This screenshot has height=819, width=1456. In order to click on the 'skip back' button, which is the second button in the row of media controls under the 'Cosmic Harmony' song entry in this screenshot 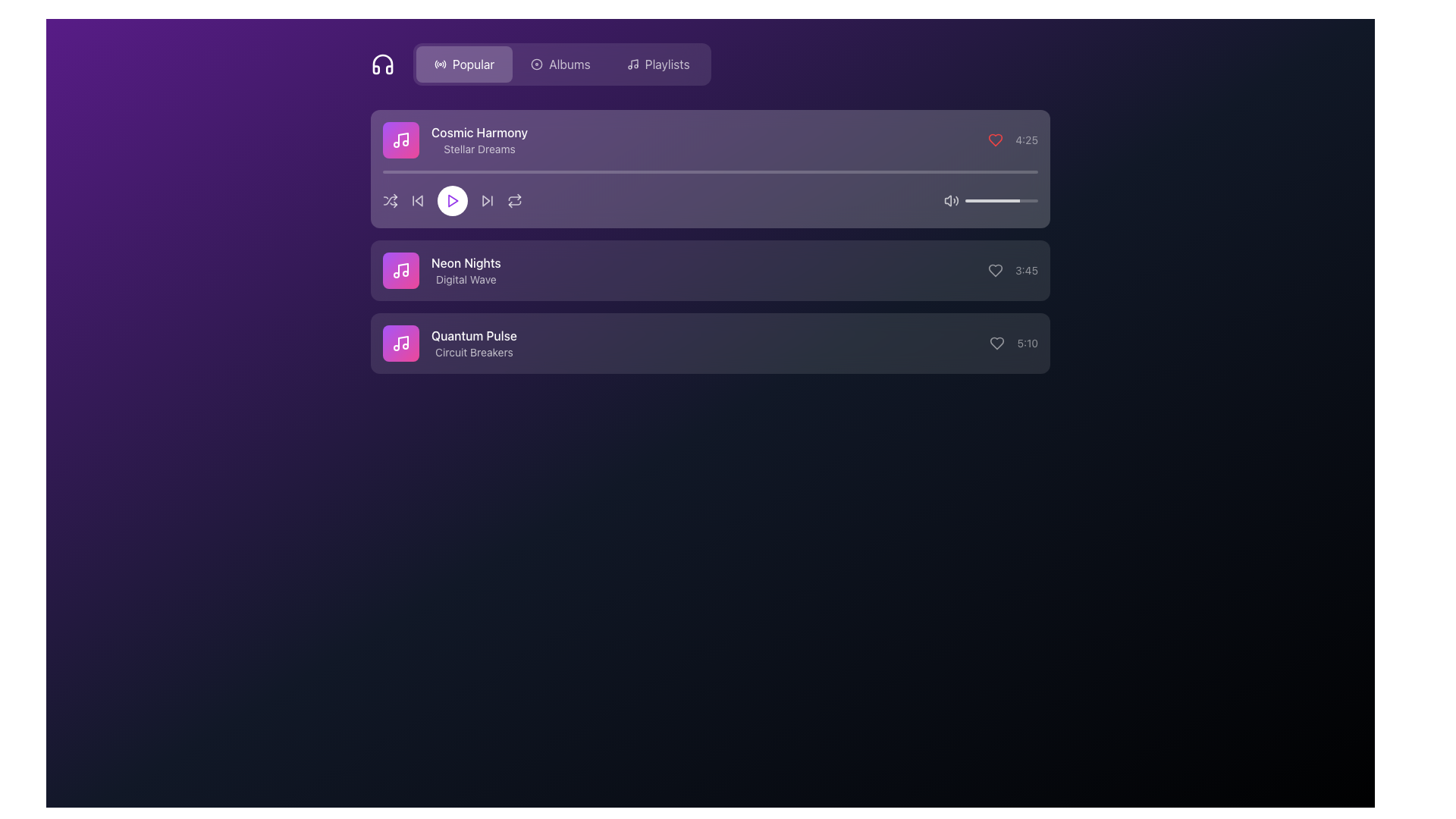, I will do `click(418, 200)`.